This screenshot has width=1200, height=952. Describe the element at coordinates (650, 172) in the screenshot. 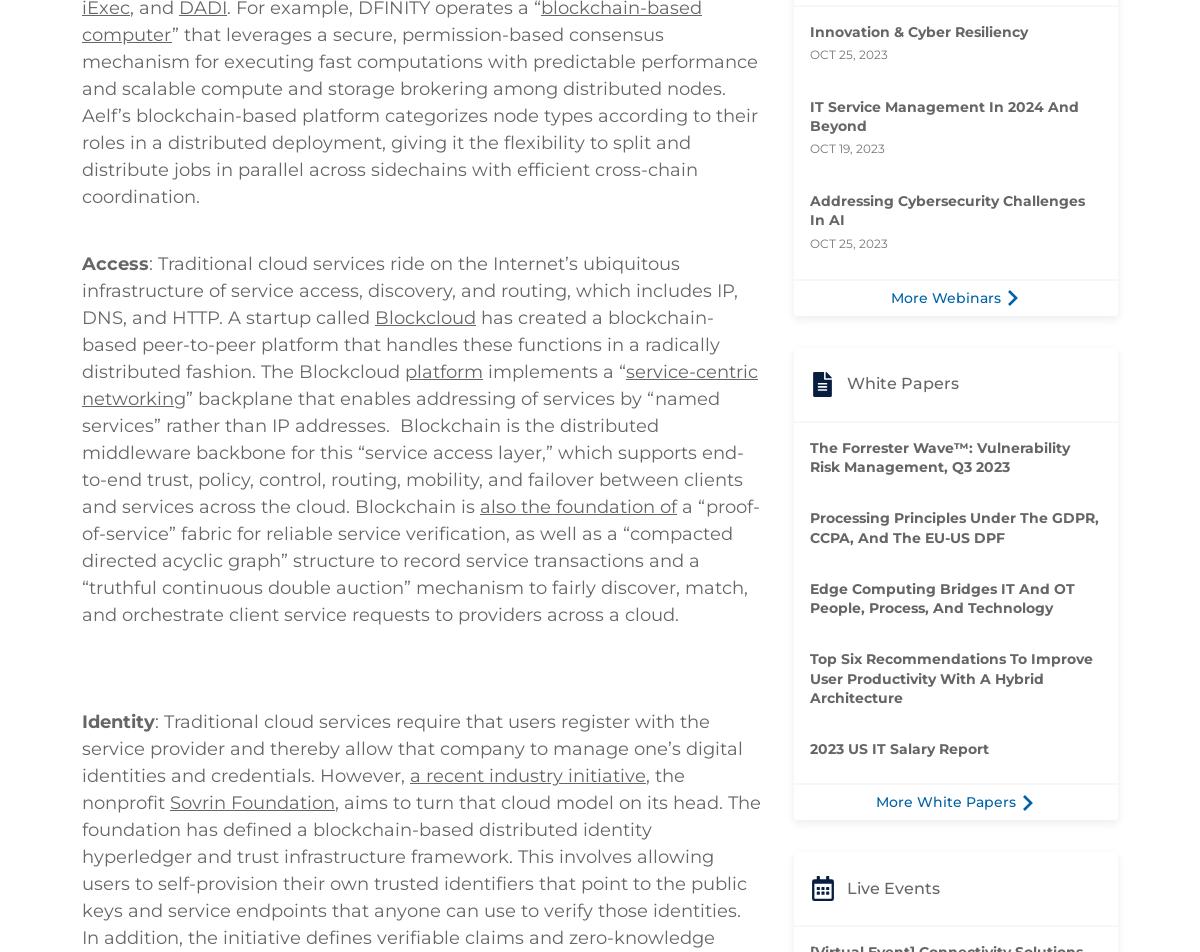

I see `'DFINITY'` at that location.